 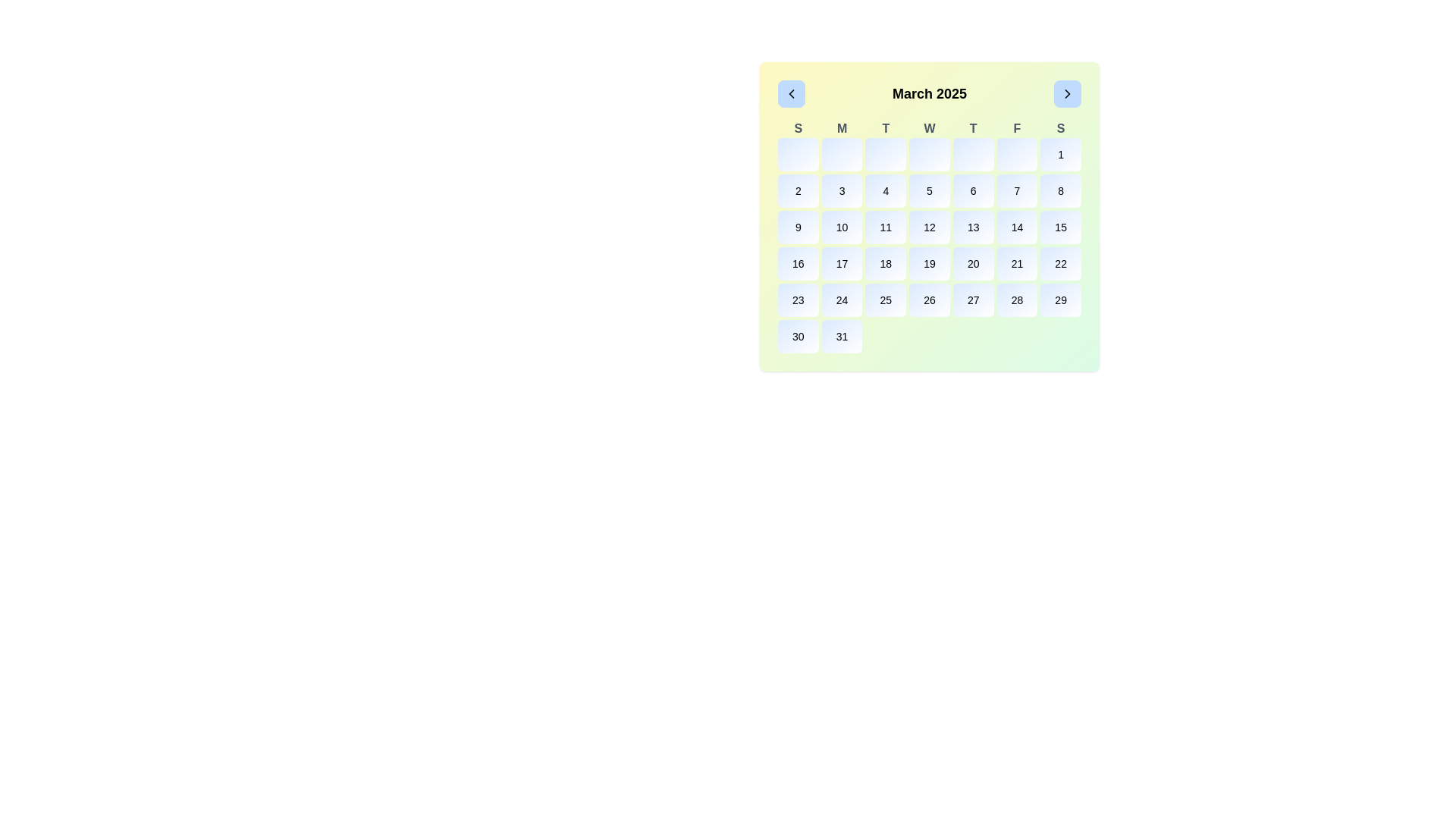 I want to click on the clickable calendar day box representing the first day of the month, which is the seventh item in the first row of the calendar layout, so click(x=1060, y=155).